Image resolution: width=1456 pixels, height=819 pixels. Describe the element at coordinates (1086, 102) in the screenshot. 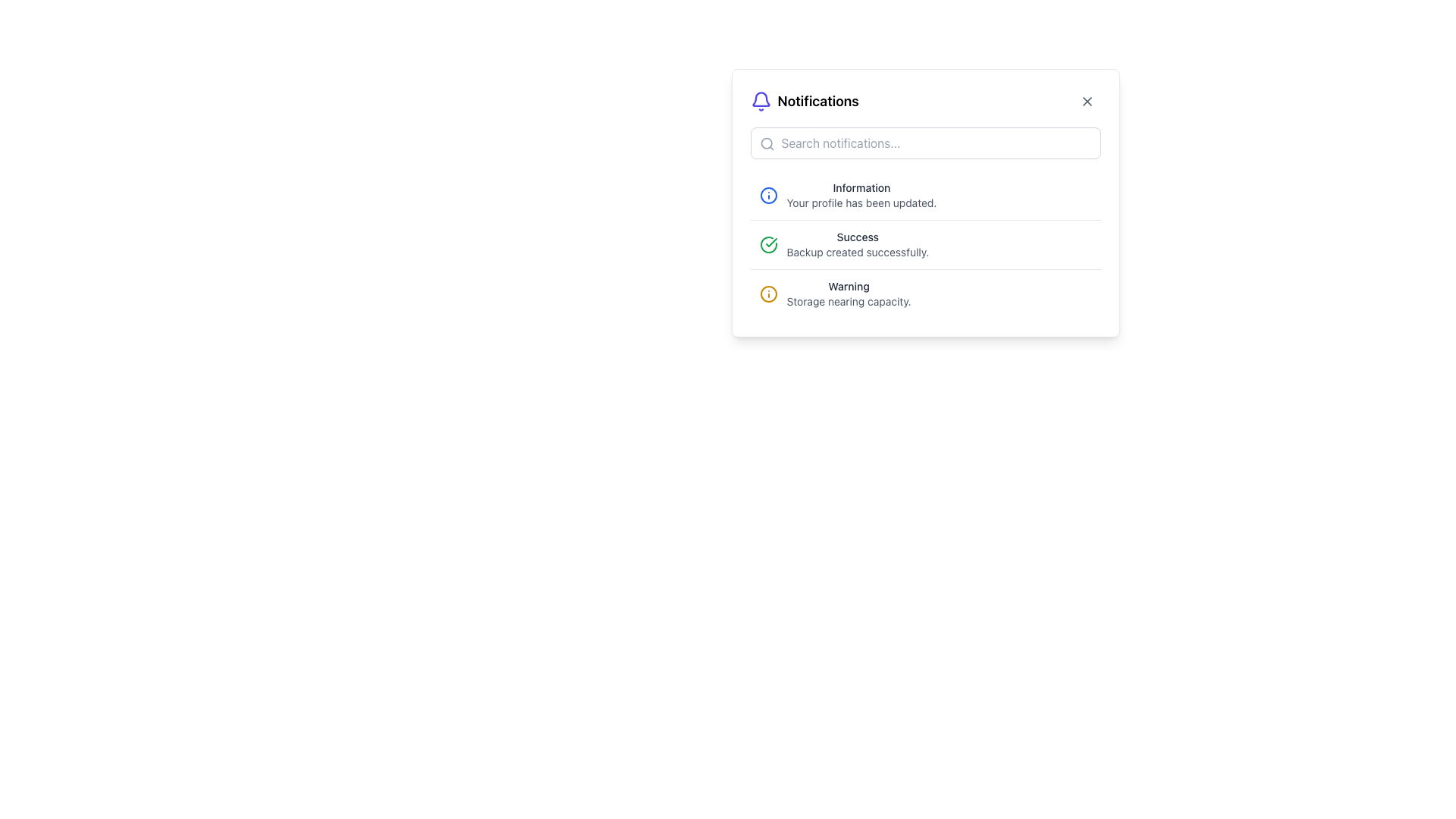

I see `the close button with an 'X' icon located at the top-right corner of the notification panel` at that location.